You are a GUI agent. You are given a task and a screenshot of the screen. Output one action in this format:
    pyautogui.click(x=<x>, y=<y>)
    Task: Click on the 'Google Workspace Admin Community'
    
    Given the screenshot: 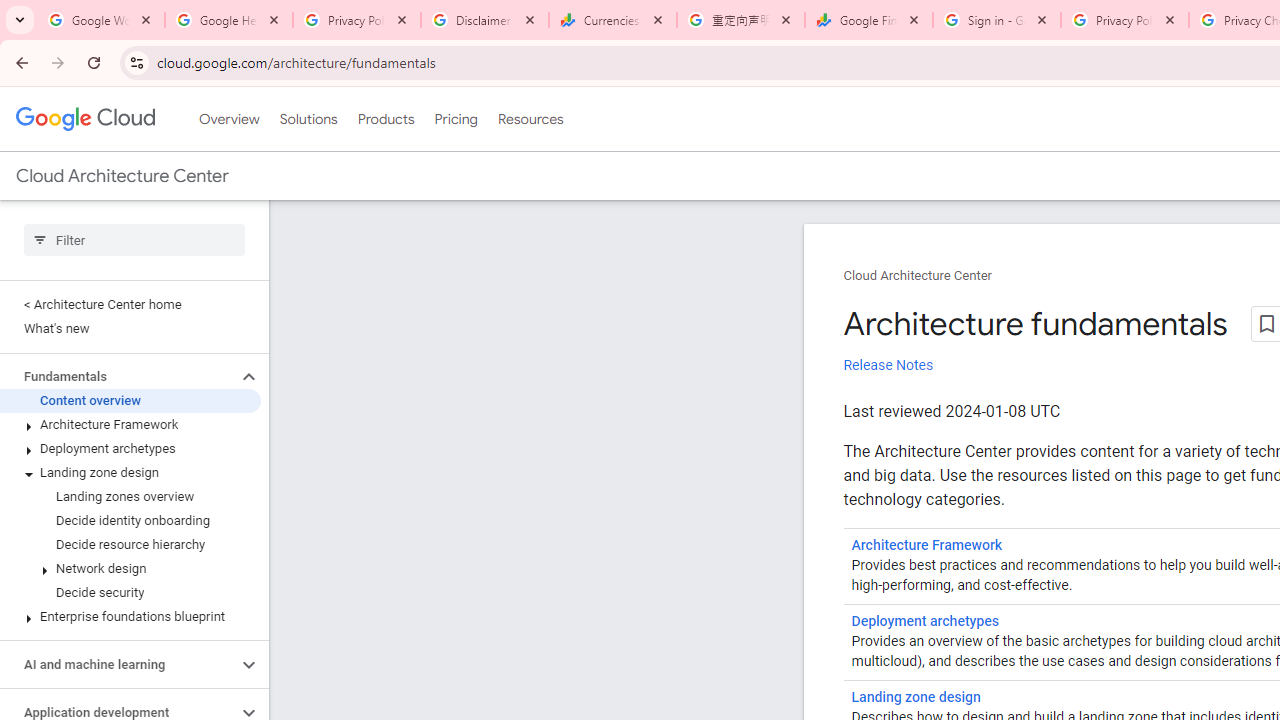 What is the action you would take?
    pyautogui.click(x=100, y=20)
    